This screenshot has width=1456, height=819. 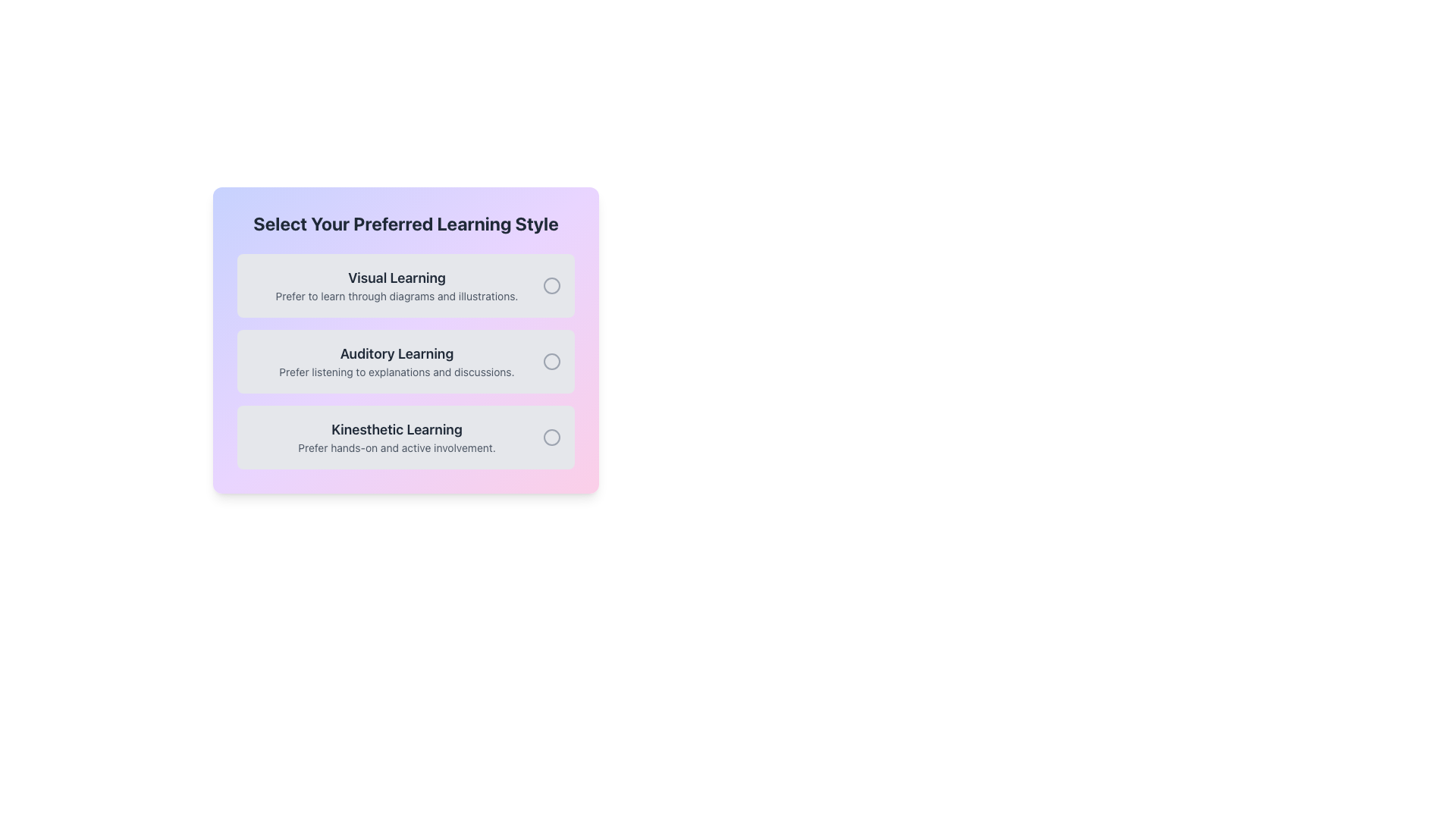 I want to click on the text element reading 'Auditory Learning', which is styled in bold, large font and dark gray color, positioned prominently as the first item in a list of learning styles, so click(x=397, y=353).